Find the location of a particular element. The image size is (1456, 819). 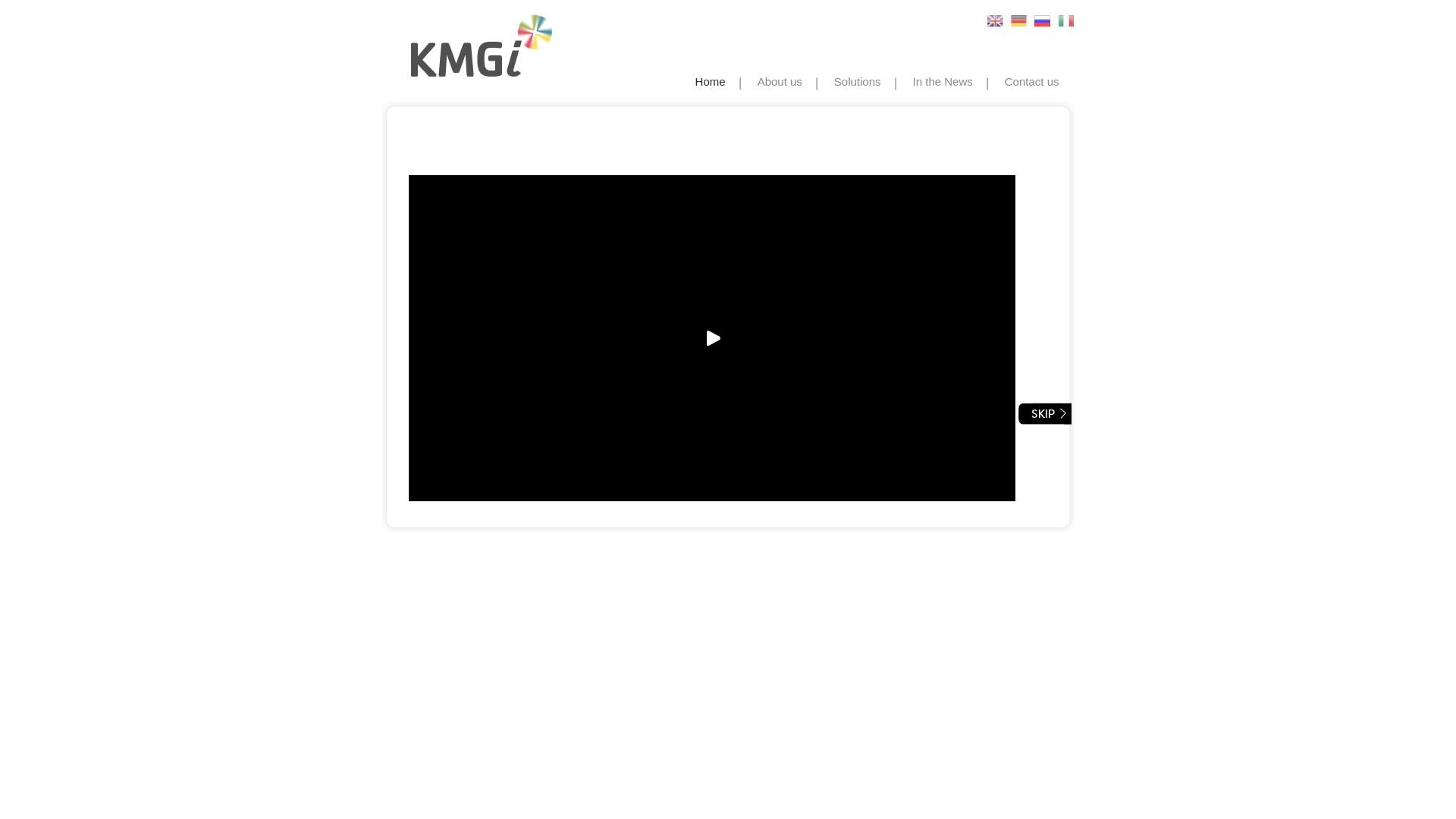

'Italian' is located at coordinates (1065, 20).